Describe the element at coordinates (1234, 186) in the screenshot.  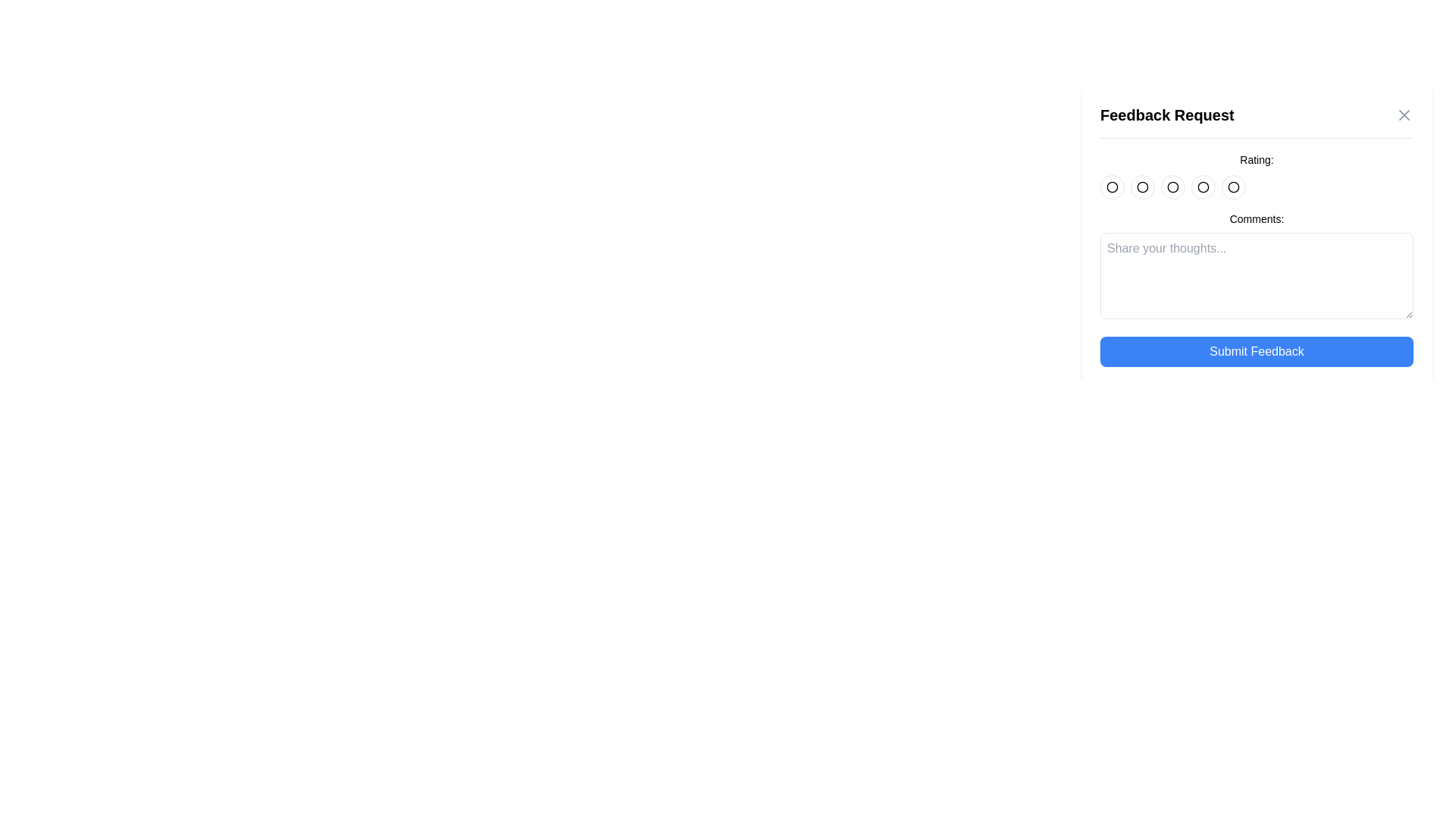
I see `the fourth radio button styled as an icon under the 'Rating:' label in the feedback form modal` at that location.